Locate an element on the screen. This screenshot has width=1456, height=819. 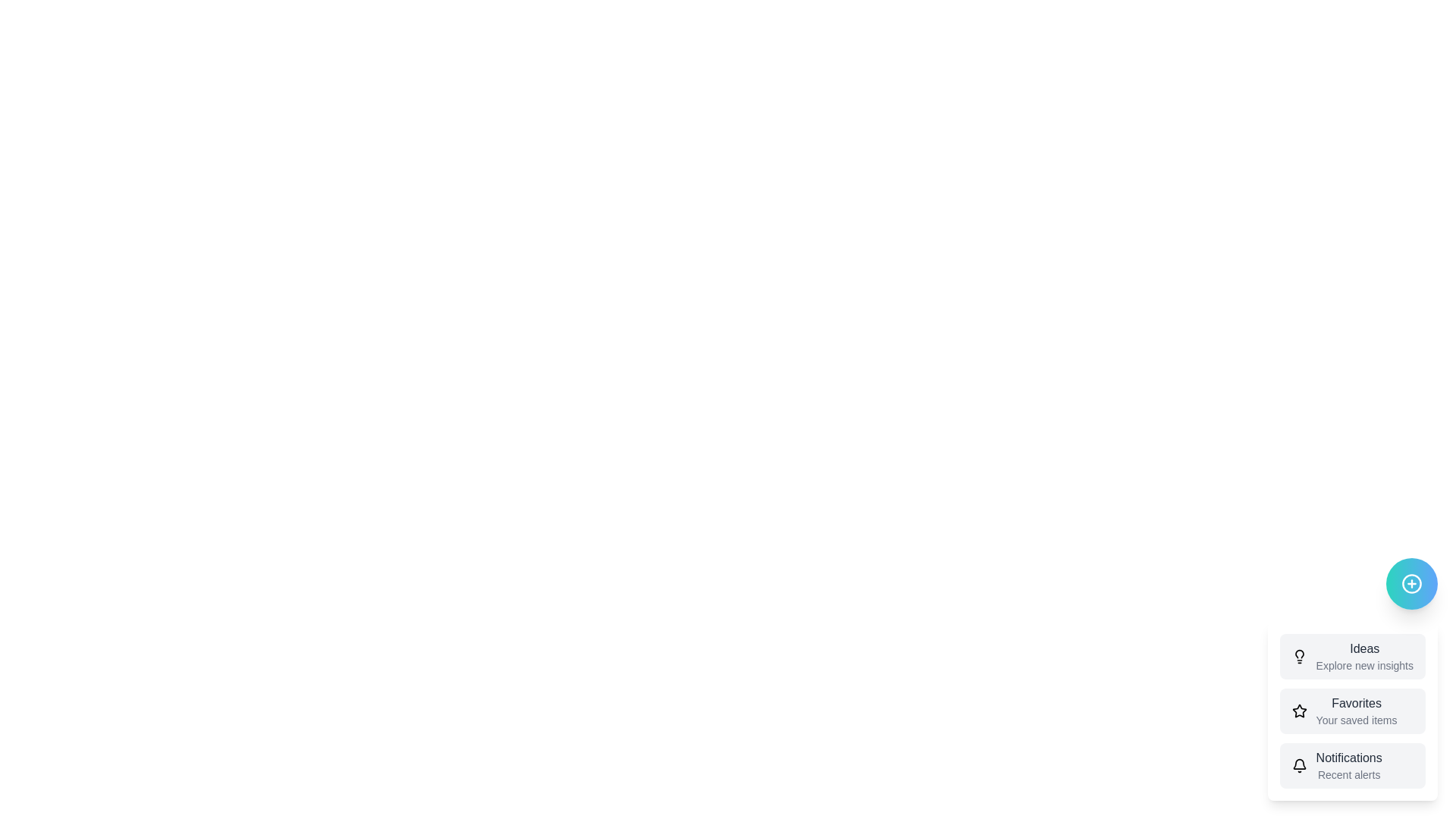
the decorative icon within the Favorites button, which indicates its association with starred or favorite items is located at coordinates (1298, 711).